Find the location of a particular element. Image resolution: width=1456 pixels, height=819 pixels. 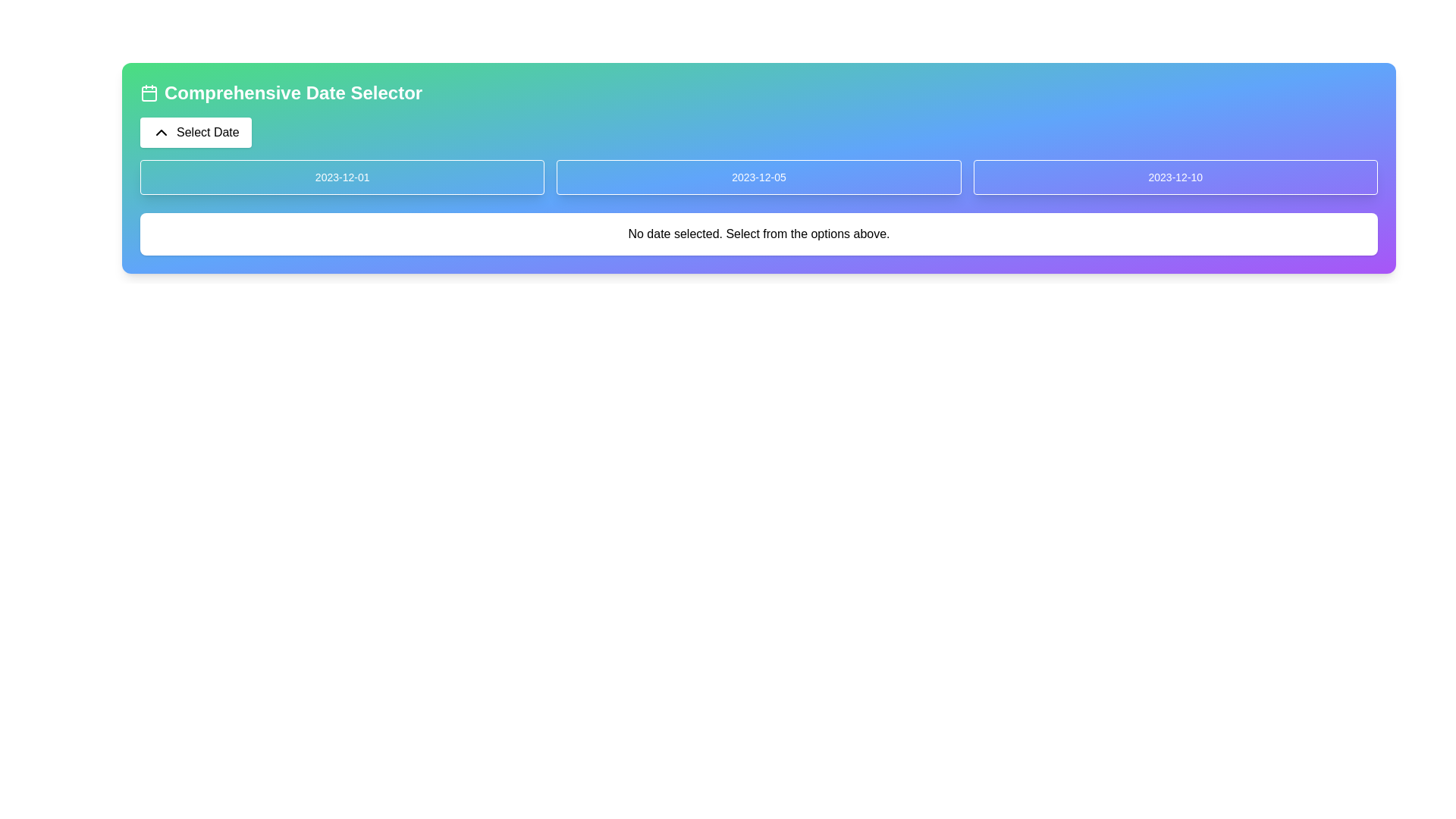

the text element that says 'No date selected. Select from the options above.', which is styled in medium-sized font and is located in the lower part of a white box with rounded corners, horizontally centered is located at coordinates (759, 234).